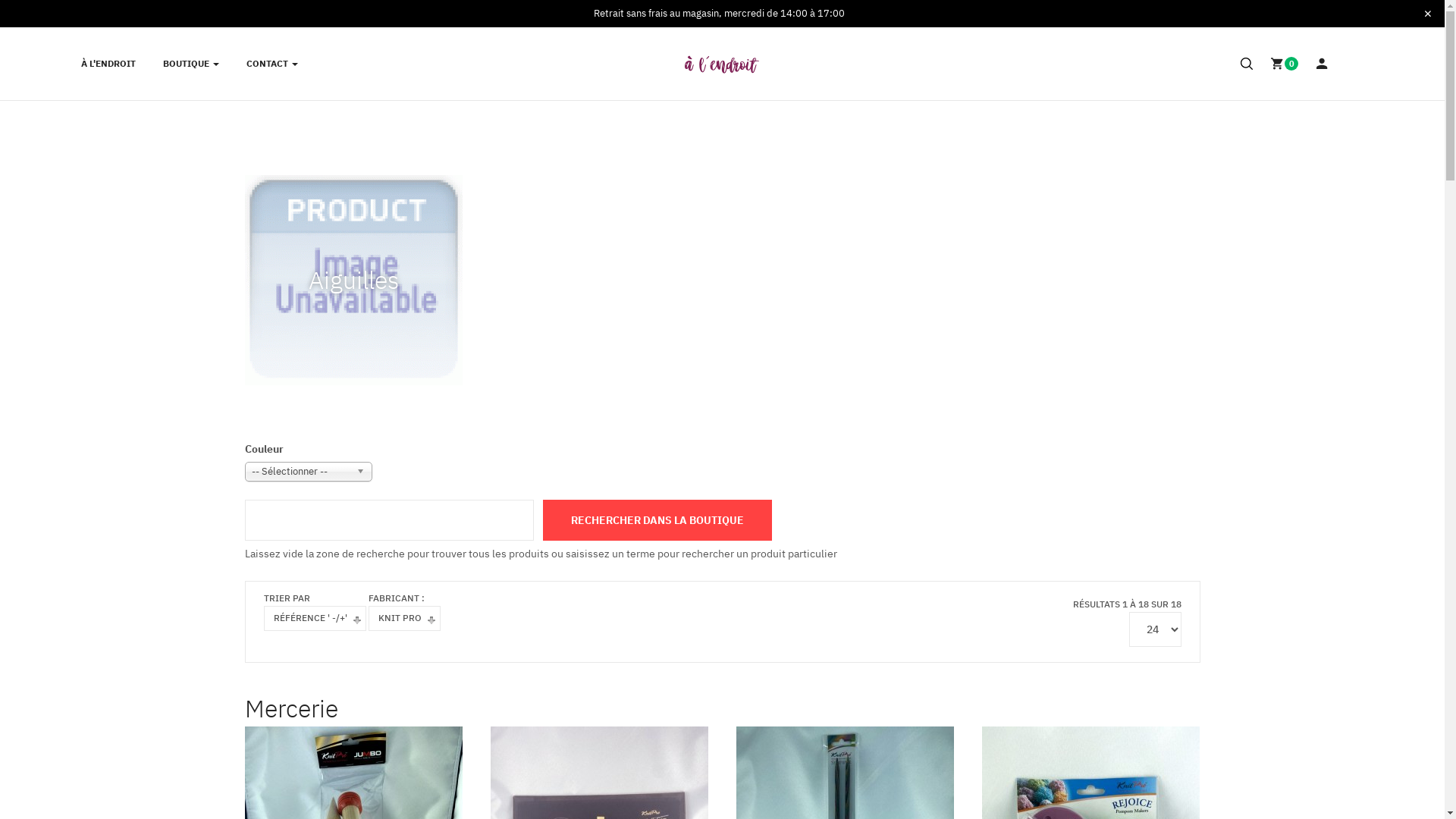 This screenshot has width=1456, height=819. What do you see at coordinates (189, 63) in the screenshot?
I see `'BOUTIQUE'` at bounding box center [189, 63].